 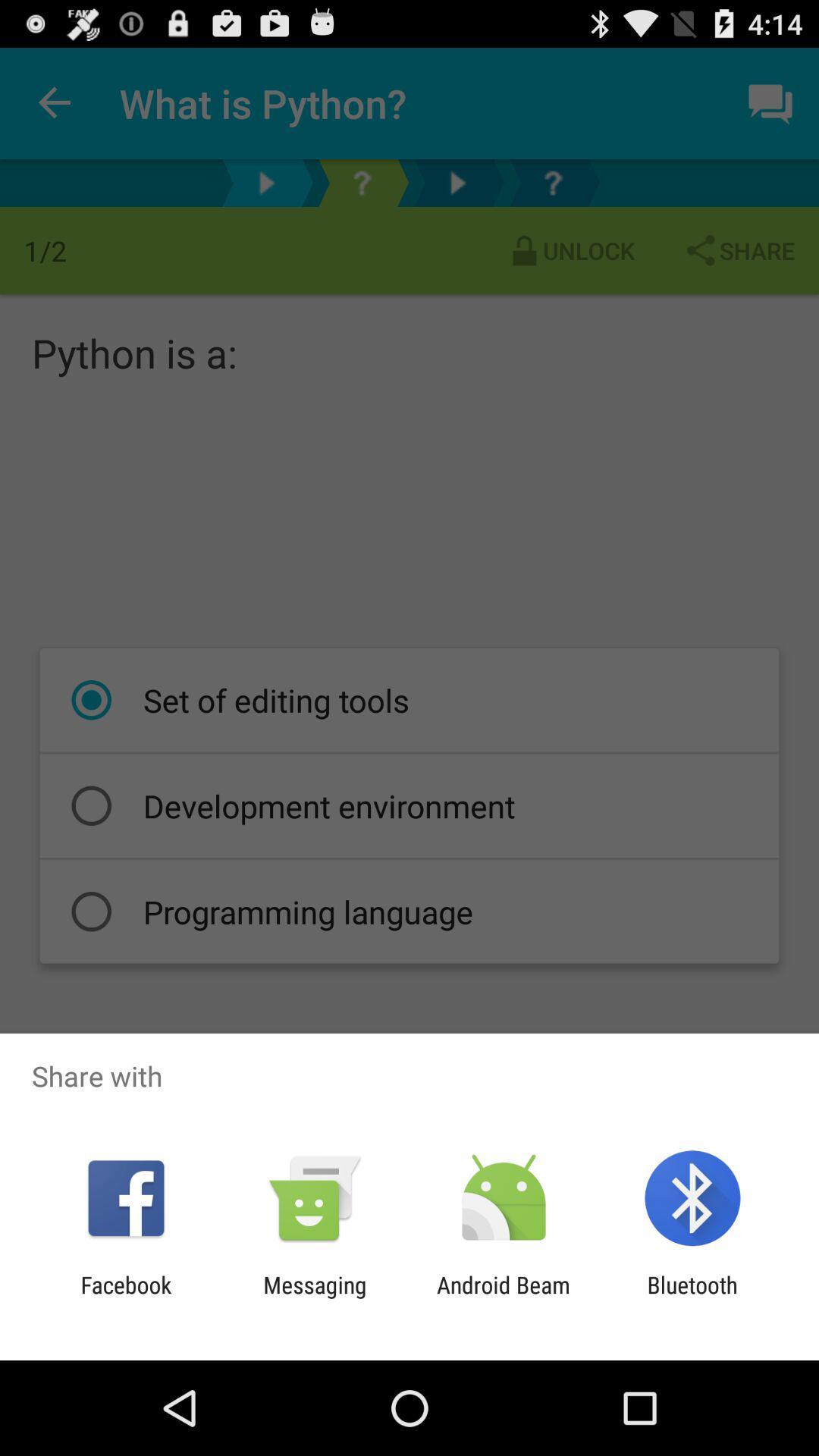 What do you see at coordinates (692, 1298) in the screenshot?
I see `the item next to android beam` at bounding box center [692, 1298].